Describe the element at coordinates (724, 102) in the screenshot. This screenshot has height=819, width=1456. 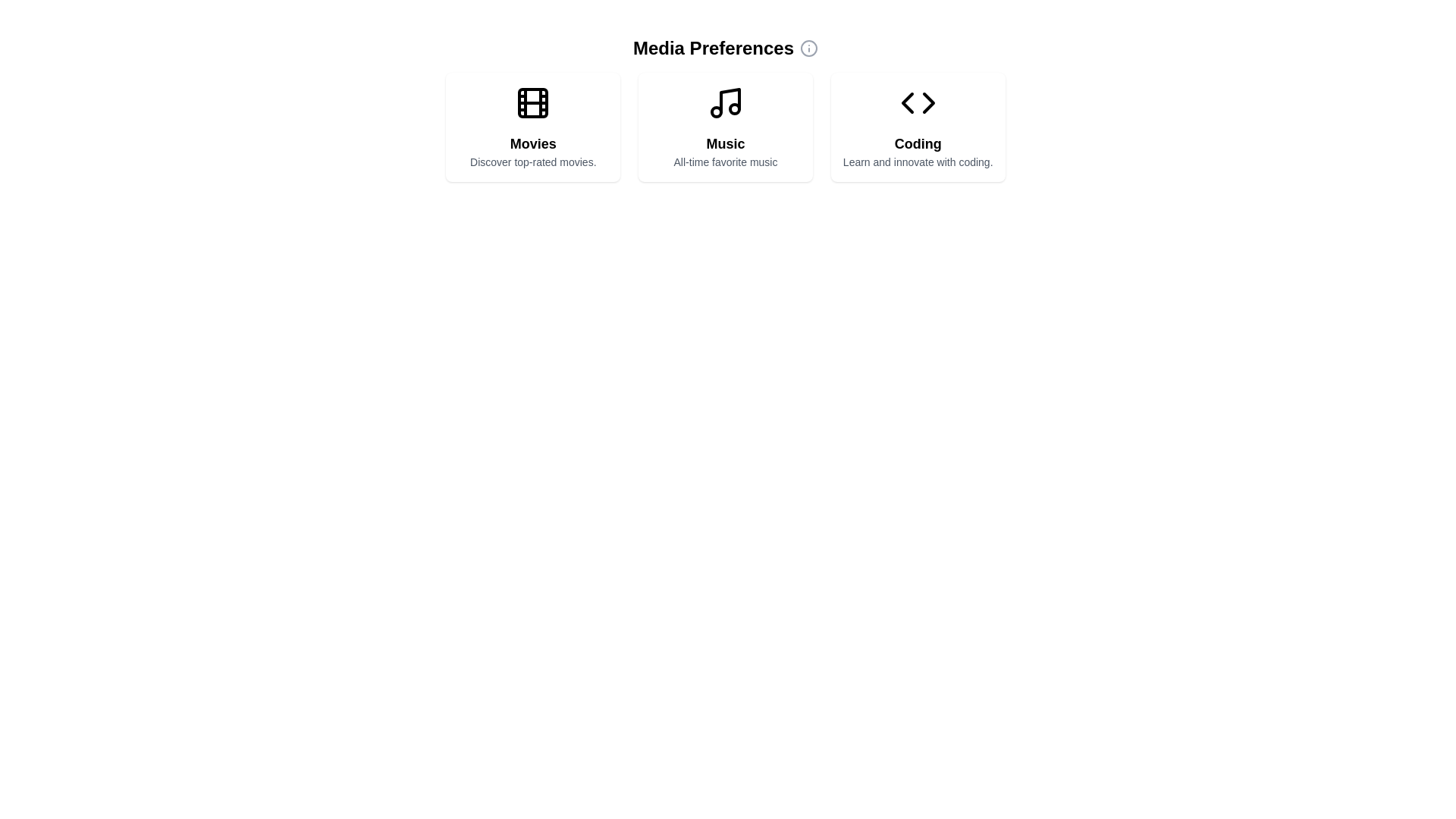
I see `the music icon represented by a pair of eighth notes, located in the center card under 'Media Preferences'` at that location.